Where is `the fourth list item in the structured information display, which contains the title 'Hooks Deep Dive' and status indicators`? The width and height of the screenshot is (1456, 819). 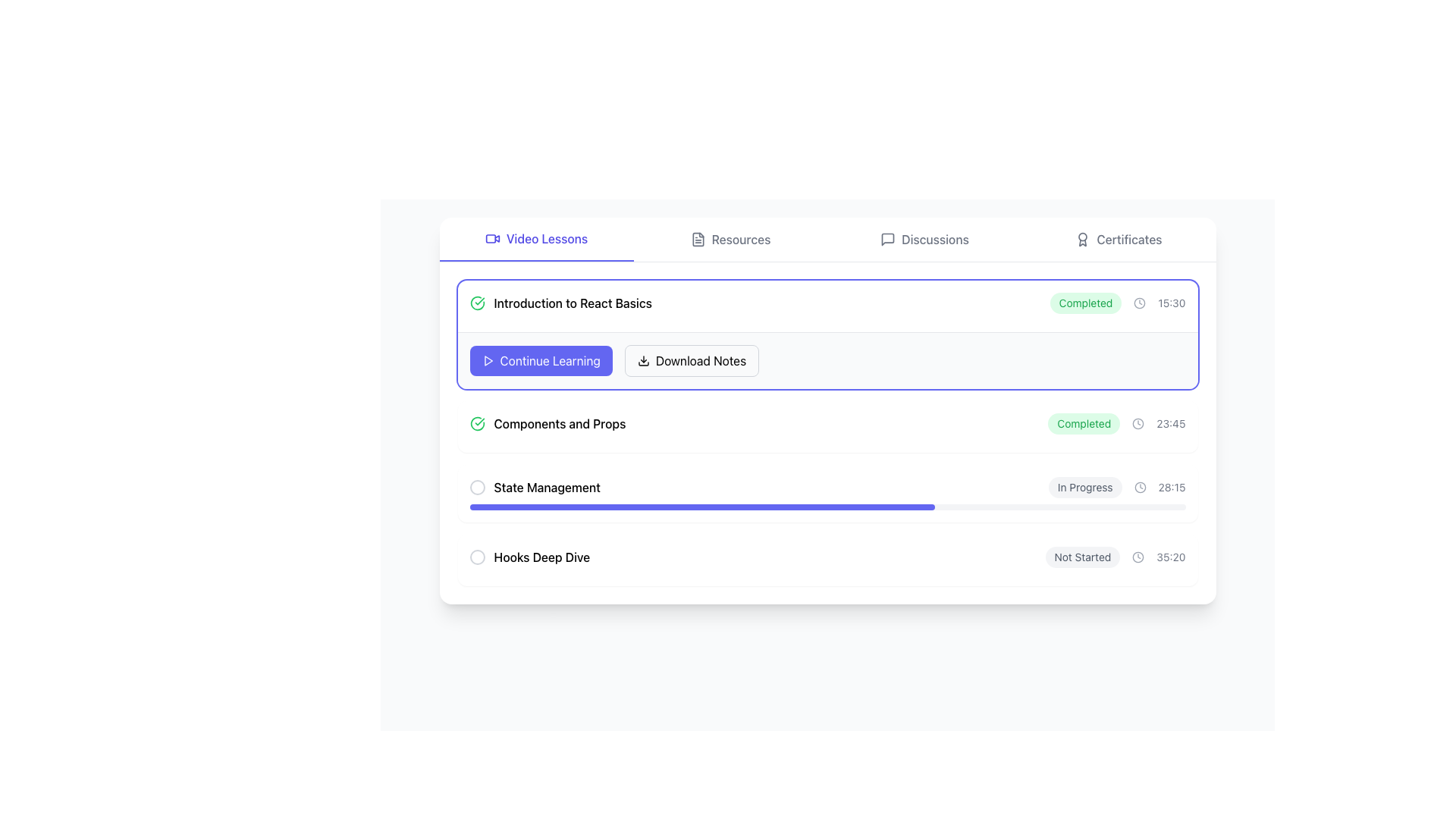
the fourth list item in the structured information display, which contains the title 'Hooks Deep Dive' and status indicators is located at coordinates (827, 560).